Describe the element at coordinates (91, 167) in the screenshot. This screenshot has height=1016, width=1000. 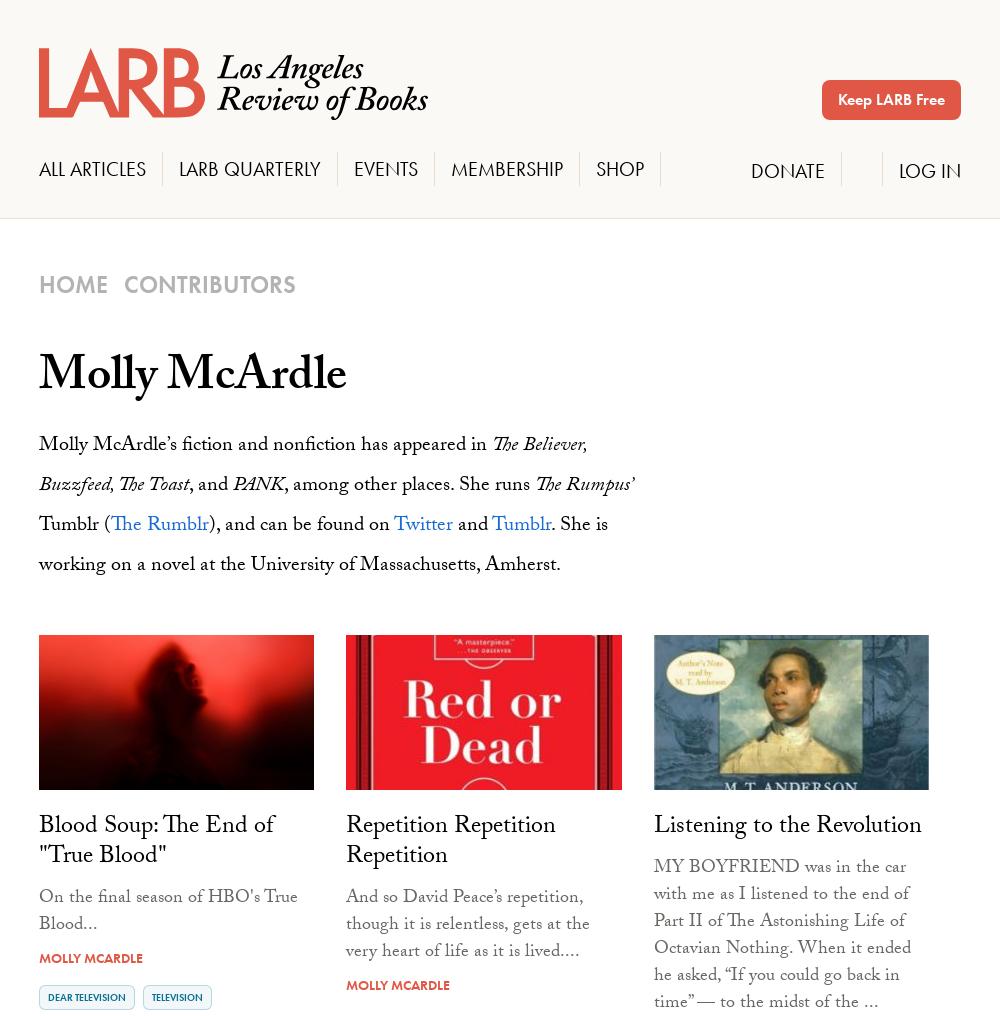
I see `'All Articles'` at that location.